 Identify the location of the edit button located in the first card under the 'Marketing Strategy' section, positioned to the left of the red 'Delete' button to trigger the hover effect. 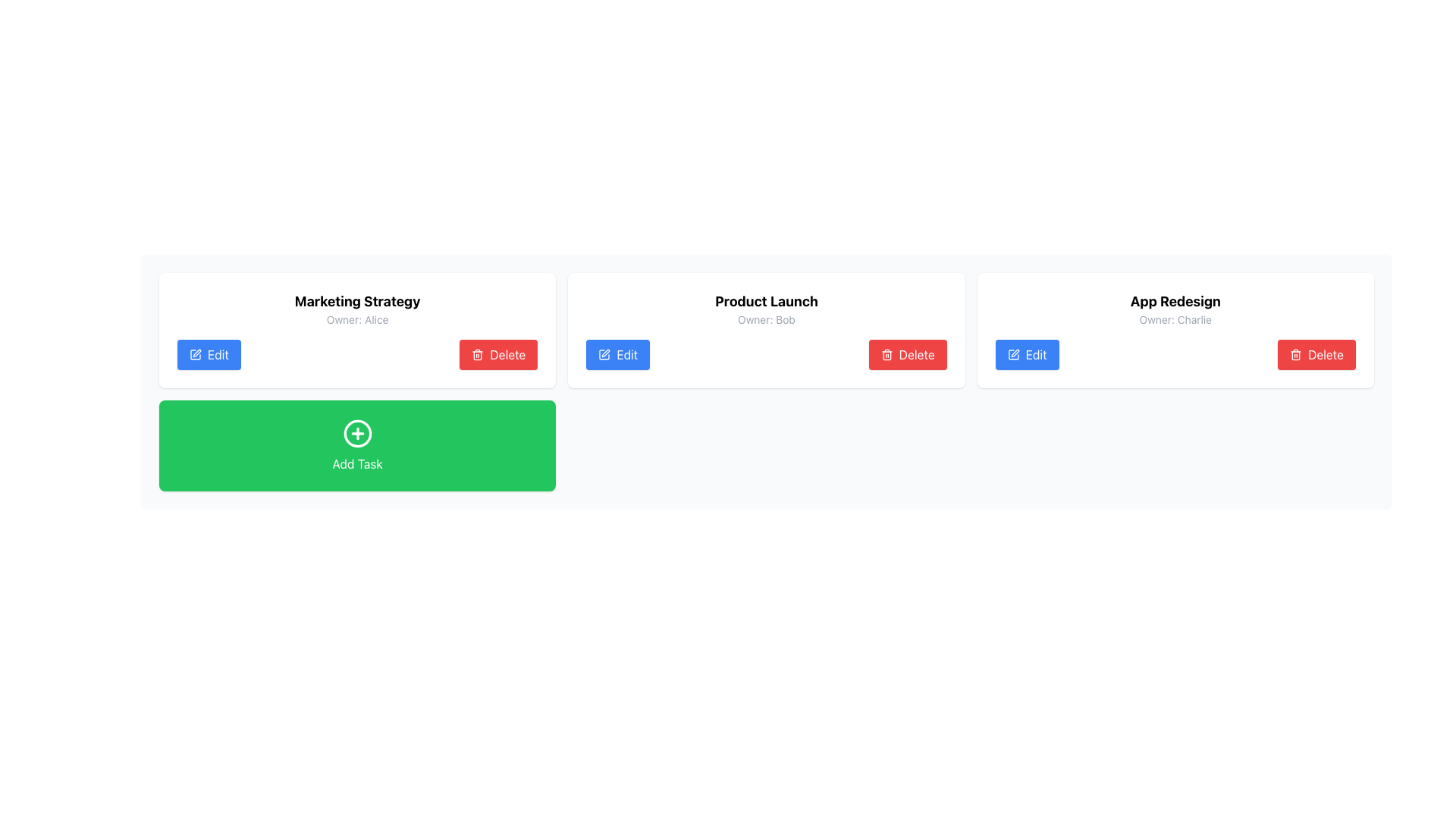
(208, 354).